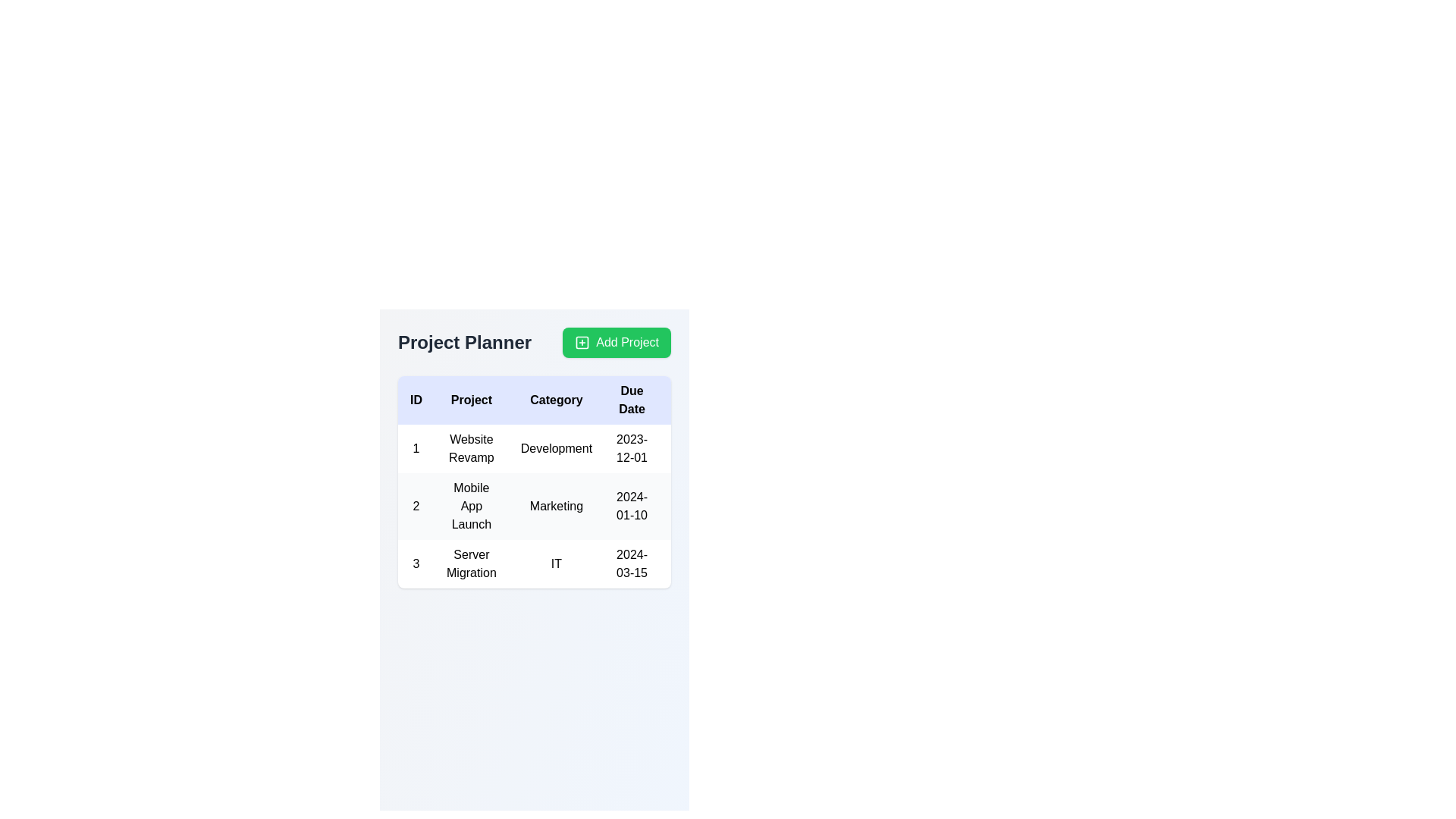 Image resolution: width=1456 pixels, height=819 pixels. Describe the element at coordinates (416, 564) in the screenshot. I see `the static text field that acts as a unique identifier for the last row in the table under the heading 'ID', located to the left of the text 'Server Migration'` at that location.